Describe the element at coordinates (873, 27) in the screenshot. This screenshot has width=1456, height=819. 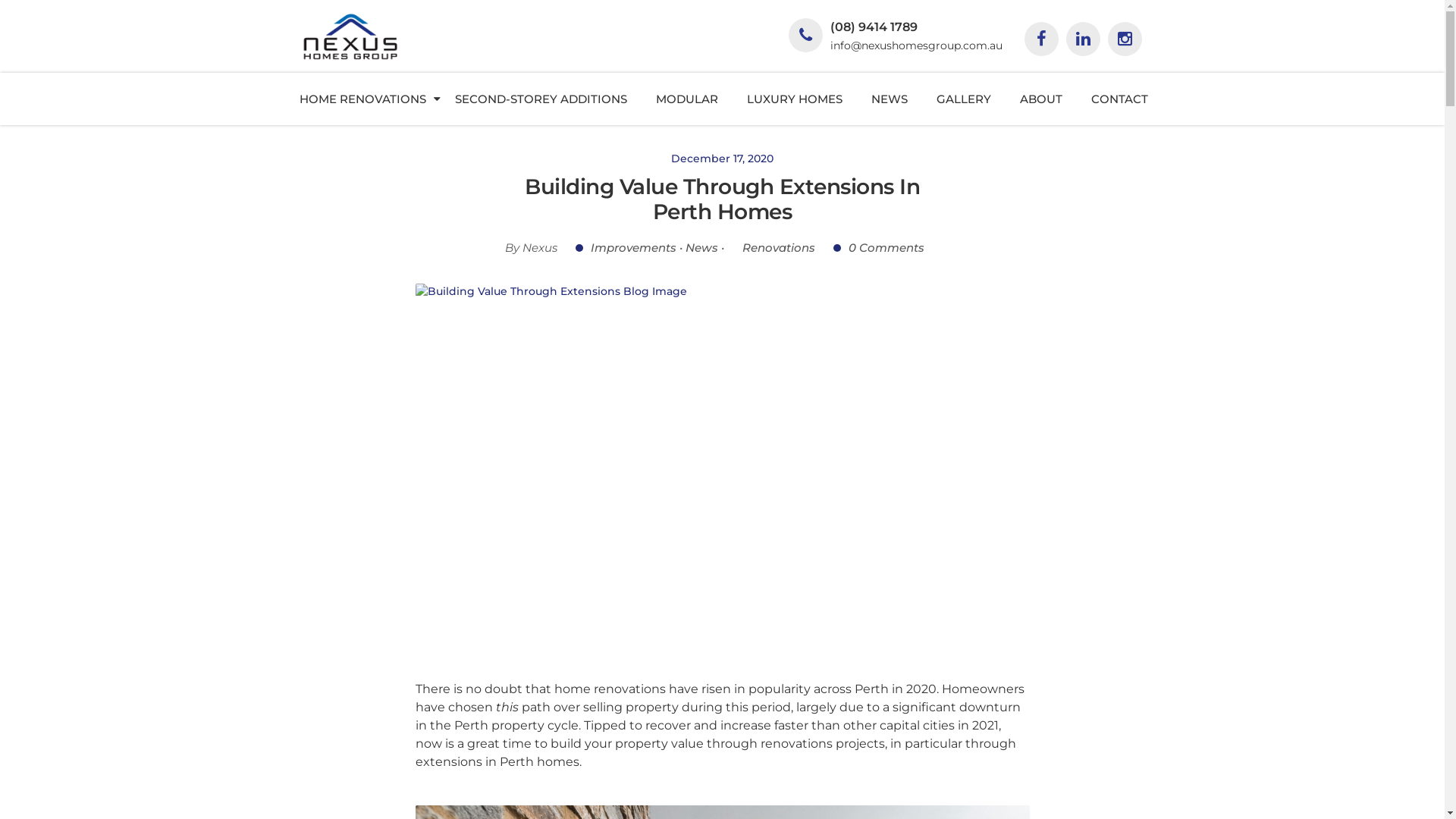
I see `'(08) 9414 1789'` at that location.